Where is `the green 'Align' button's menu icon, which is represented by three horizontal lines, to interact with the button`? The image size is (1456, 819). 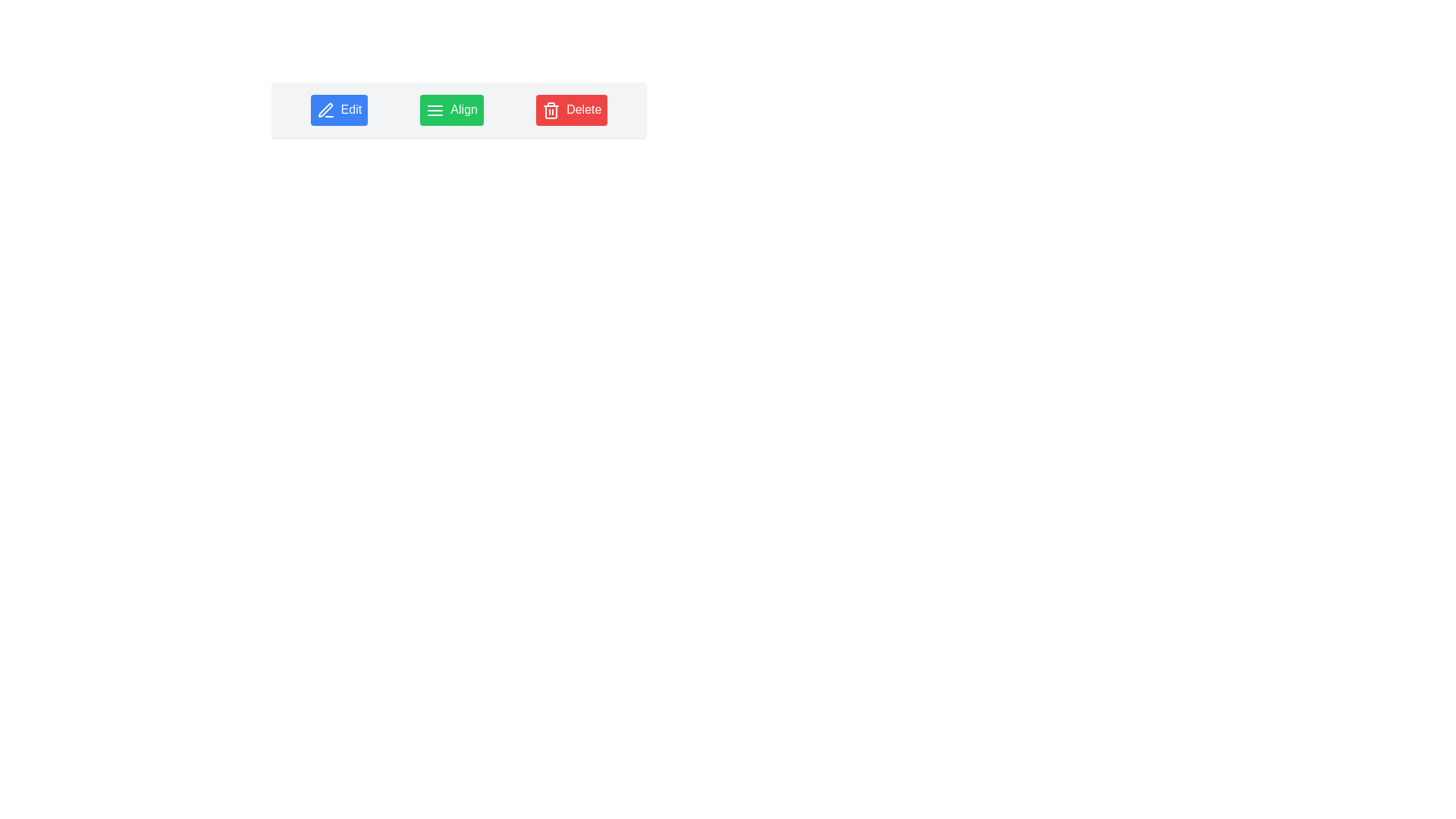
the green 'Align' button's menu icon, which is represented by three horizontal lines, to interact with the button is located at coordinates (435, 109).